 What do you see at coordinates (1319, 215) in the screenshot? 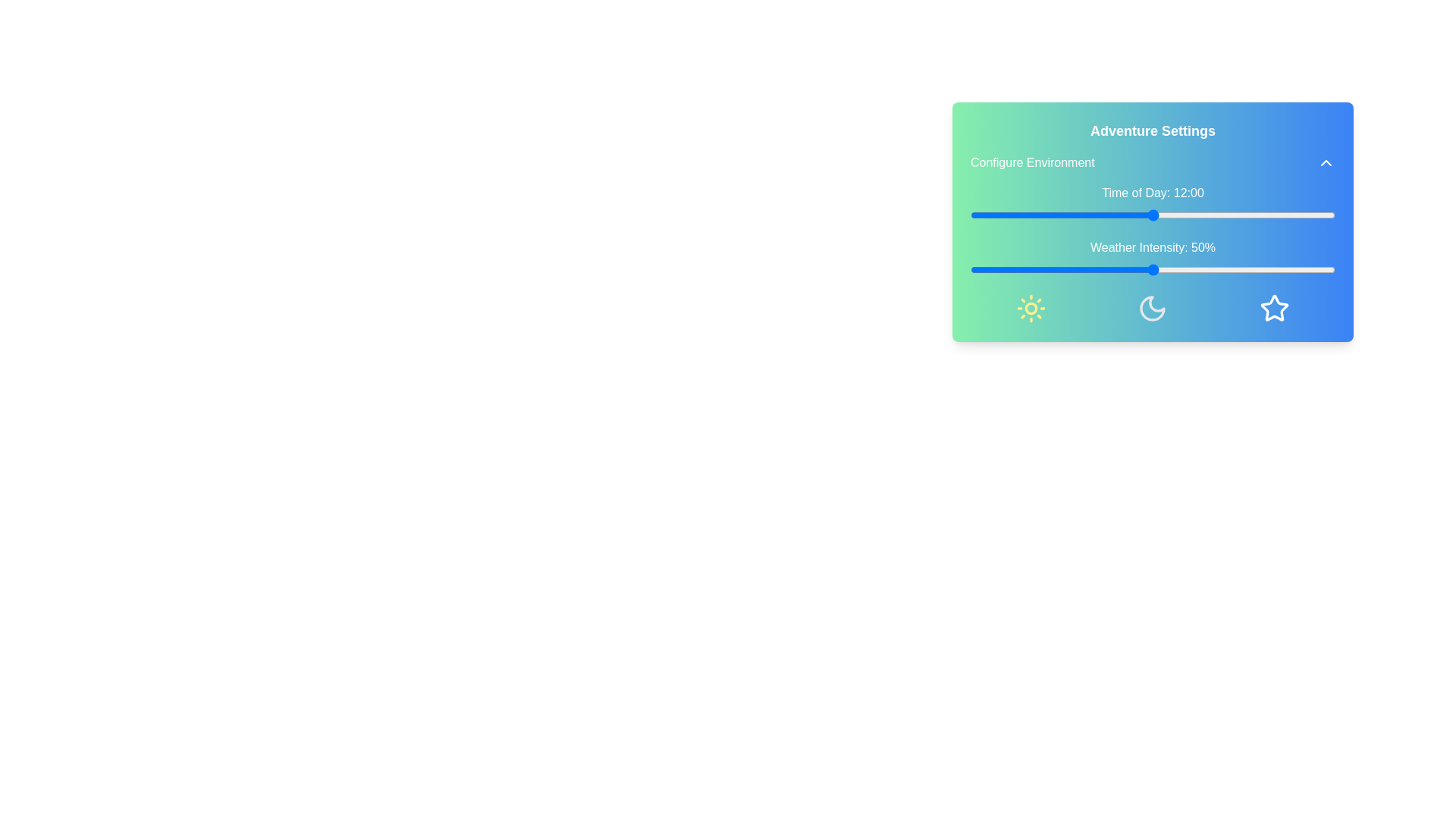
I see `the 'Time of Day' slider to 23 hours` at bounding box center [1319, 215].